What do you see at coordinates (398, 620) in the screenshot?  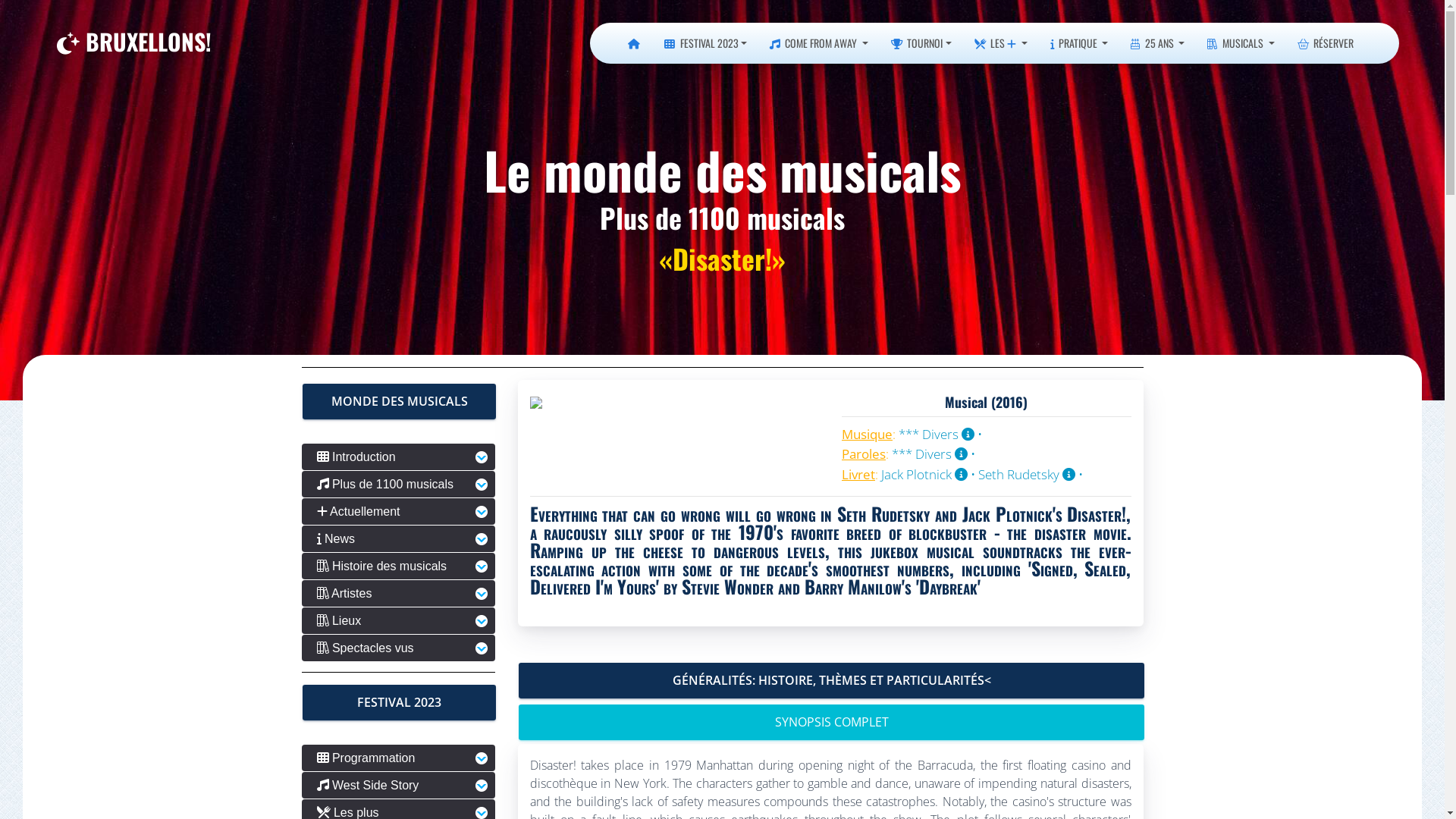 I see `'Lieux'` at bounding box center [398, 620].